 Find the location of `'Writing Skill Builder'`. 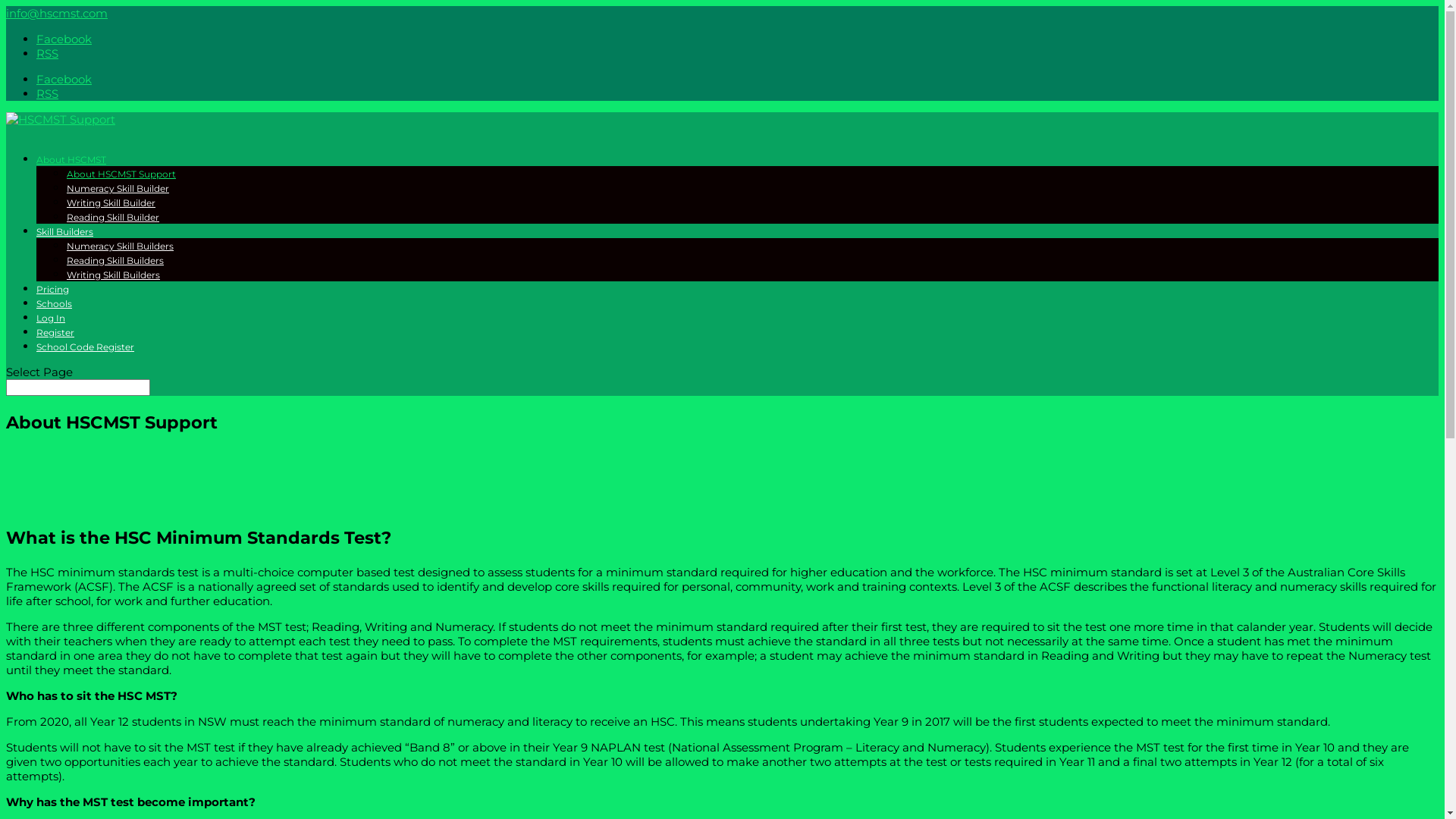

'Writing Skill Builder' is located at coordinates (110, 202).